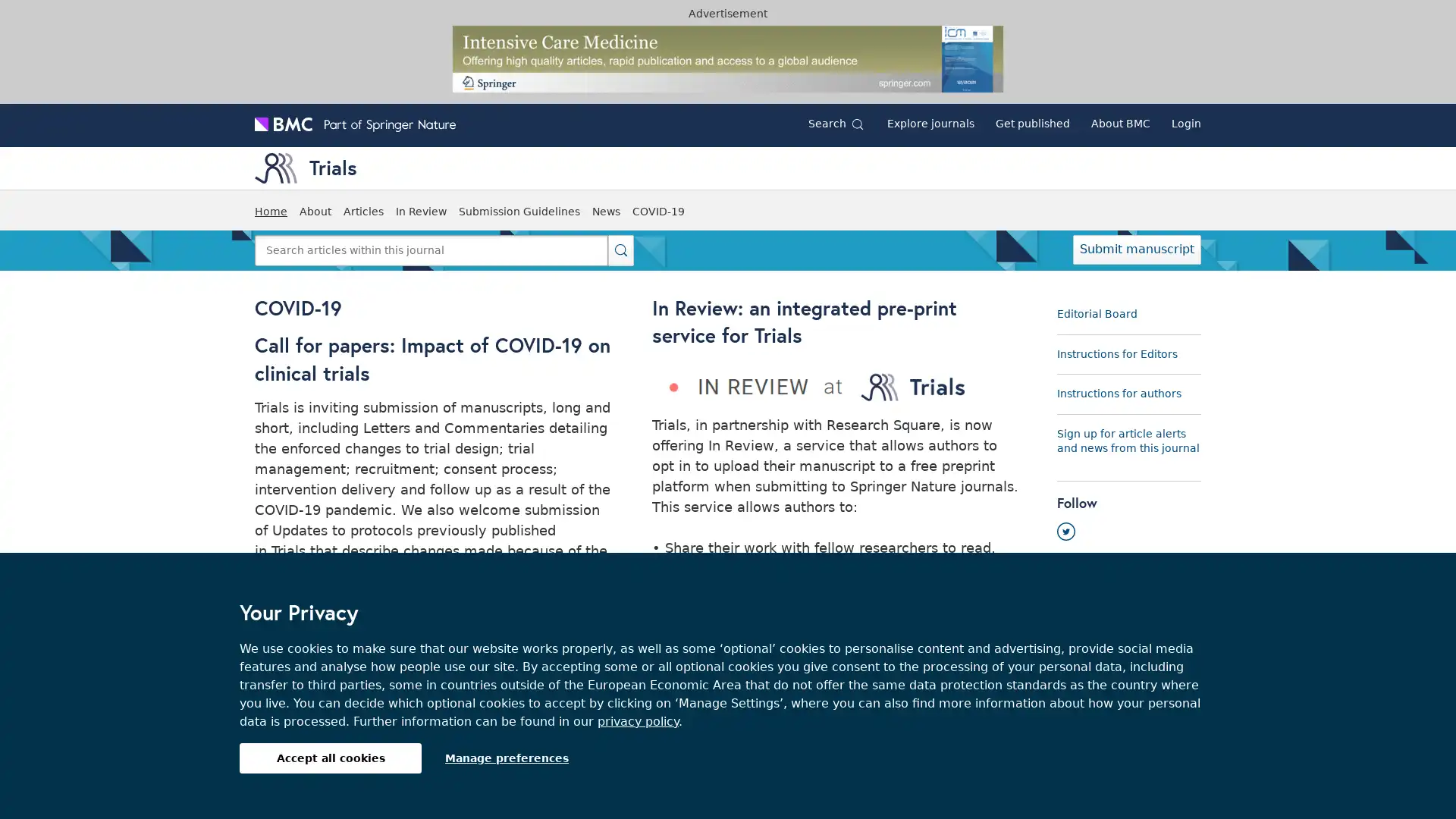 Image resolution: width=1456 pixels, height=819 pixels. What do you see at coordinates (621, 249) in the screenshot?
I see `Search` at bounding box center [621, 249].